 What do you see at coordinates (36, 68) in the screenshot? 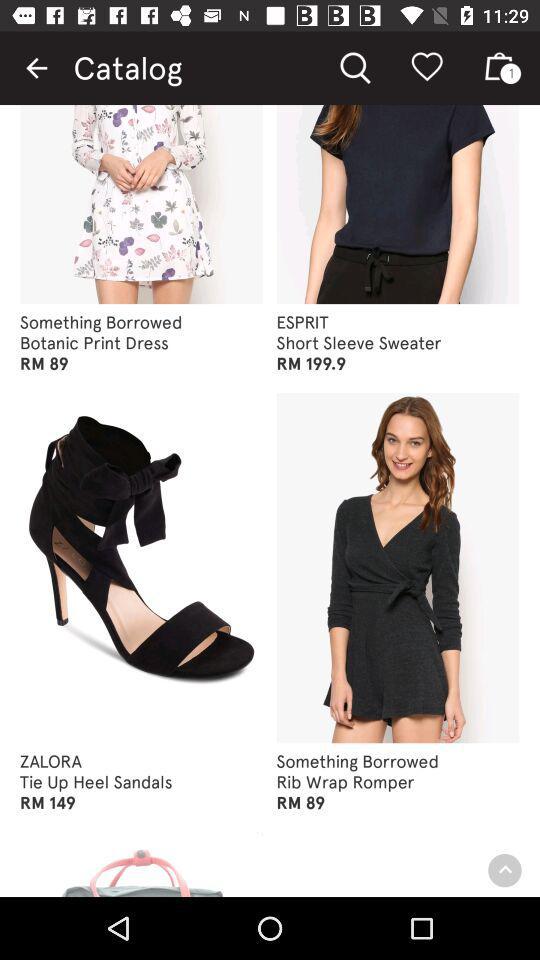
I see `the item next to catalog icon` at bounding box center [36, 68].